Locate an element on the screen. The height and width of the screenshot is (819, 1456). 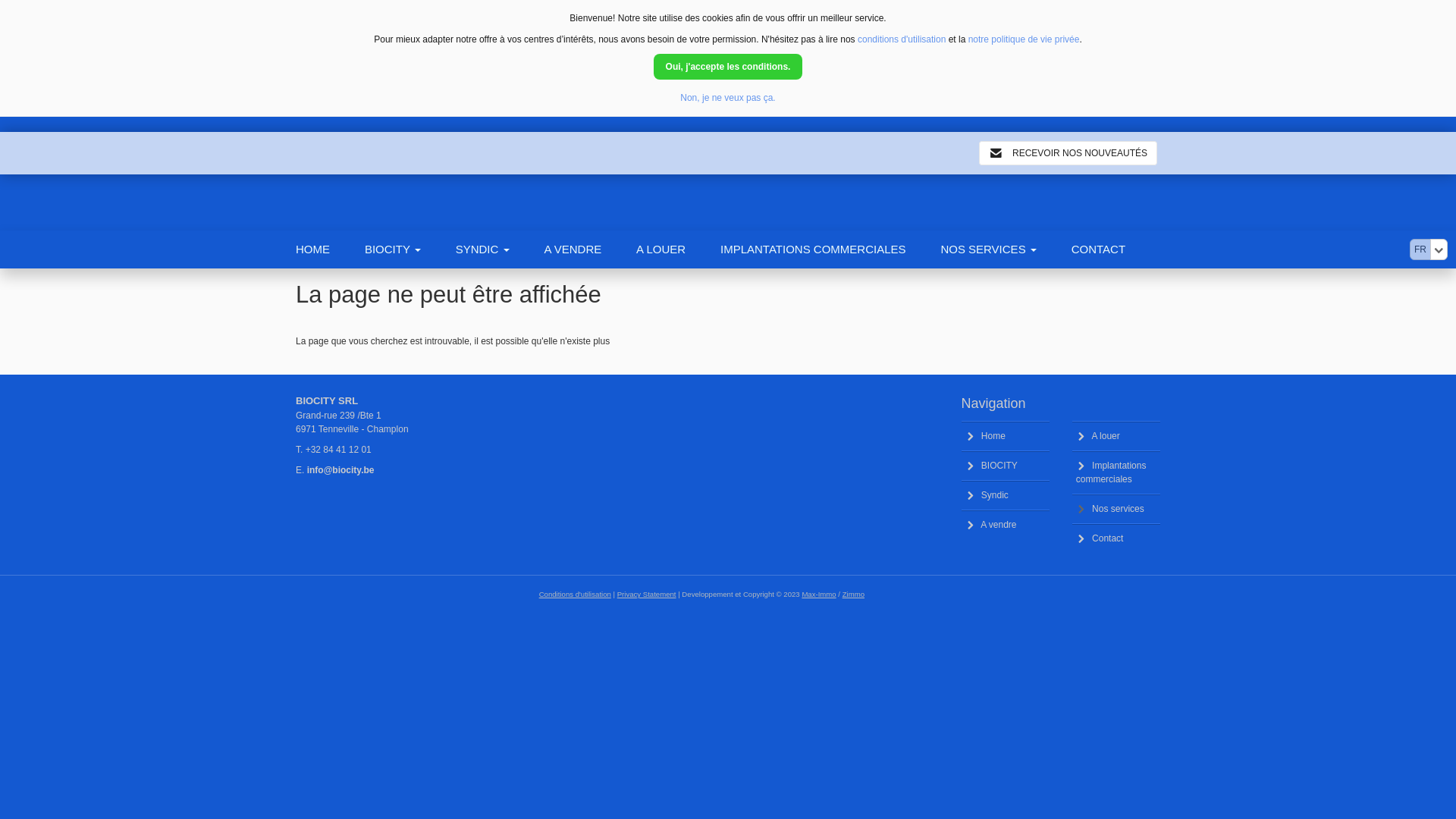
'Contact' is located at coordinates (1072, 537).